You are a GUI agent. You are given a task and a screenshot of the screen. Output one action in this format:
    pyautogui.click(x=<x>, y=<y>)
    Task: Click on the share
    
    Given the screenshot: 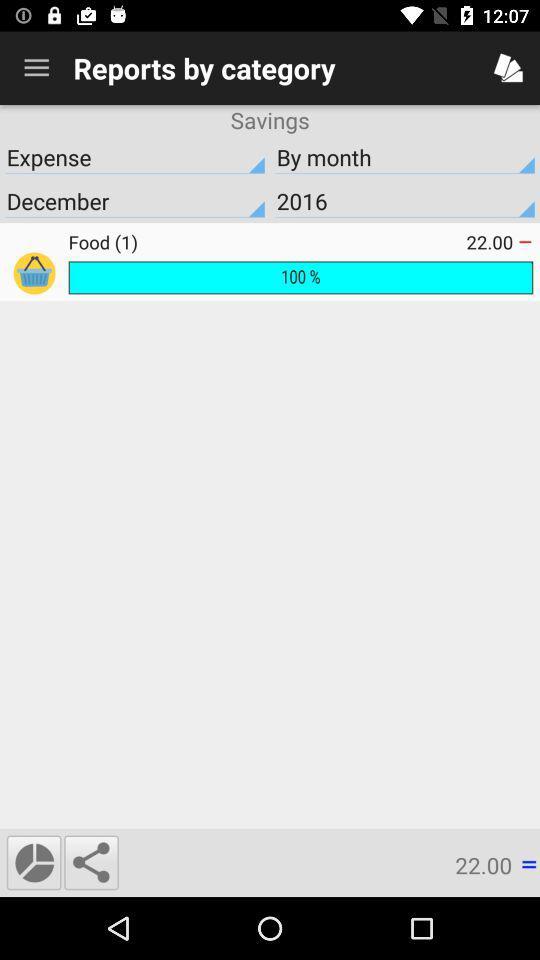 What is the action you would take?
    pyautogui.click(x=90, y=861)
    